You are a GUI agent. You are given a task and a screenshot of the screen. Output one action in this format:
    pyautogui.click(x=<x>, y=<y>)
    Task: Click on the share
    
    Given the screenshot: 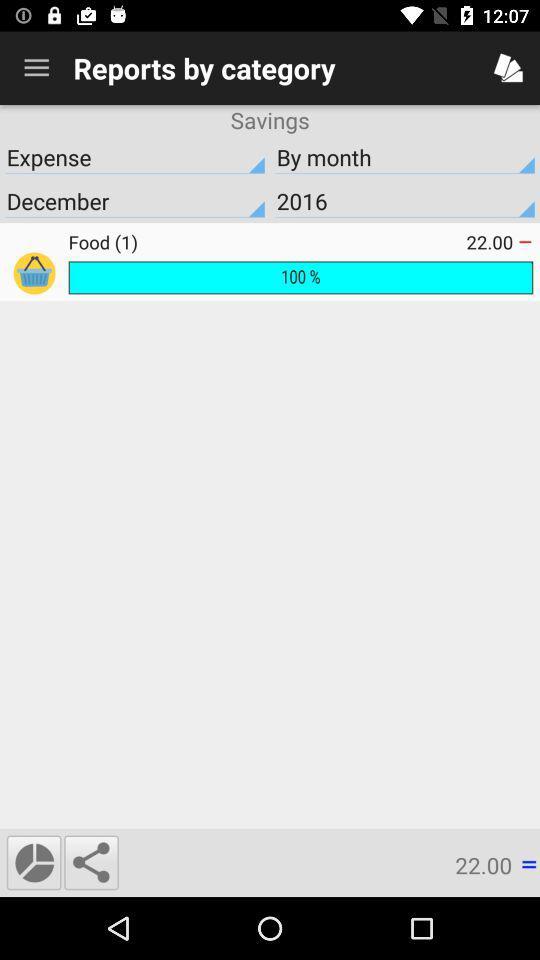 What is the action you would take?
    pyautogui.click(x=90, y=861)
    